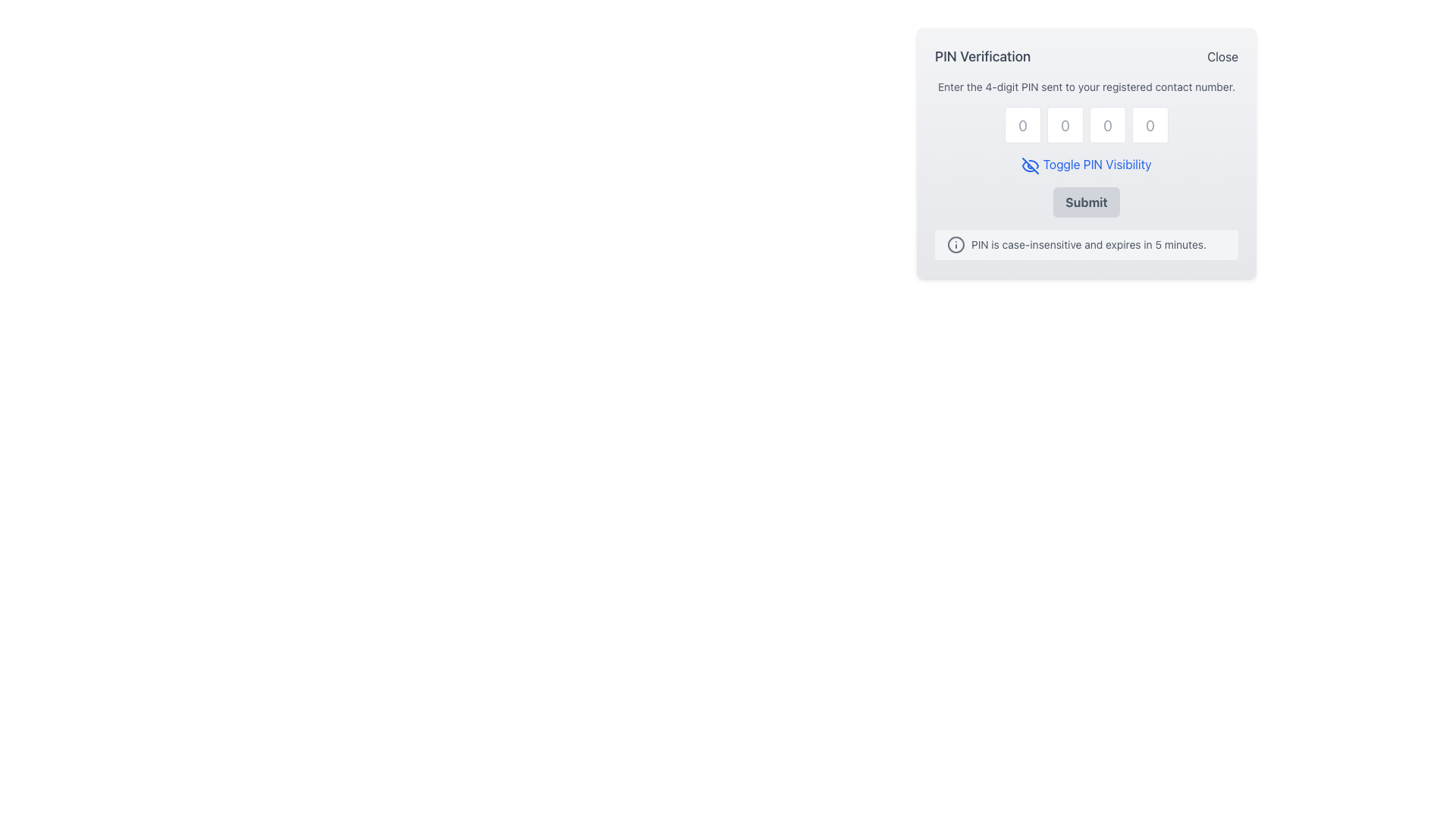 The width and height of the screenshot is (1456, 819). What do you see at coordinates (1085, 165) in the screenshot?
I see `the hyperlink that toggles the visibility of the PIN in the PIN verification form to underline the text` at bounding box center [1085, 165].